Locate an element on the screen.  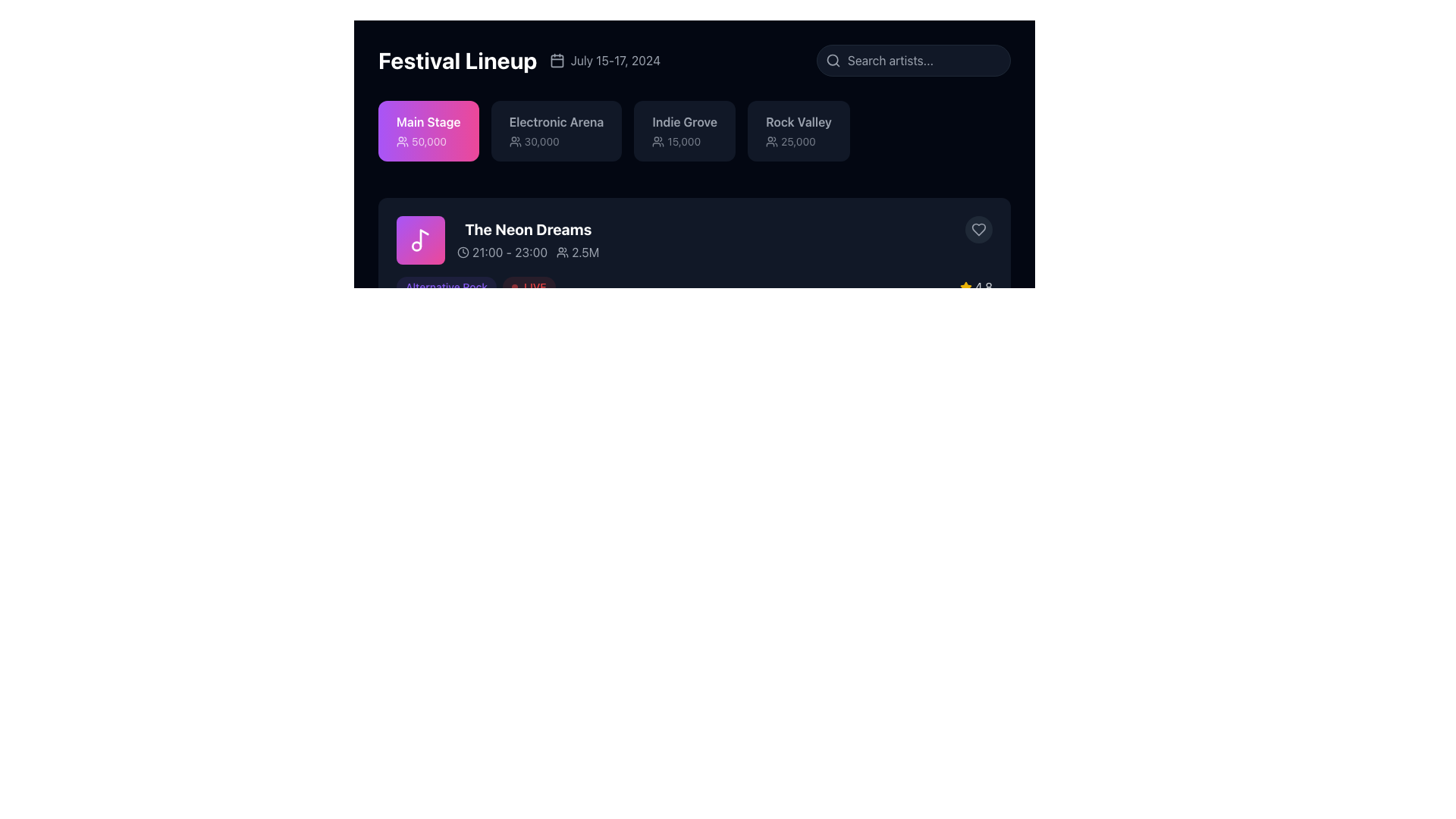
the state change of the 'like' icon located in the upper-right corner of the 'The Neon Dreams' section by interacting with it is located at coordinates (979, 230).